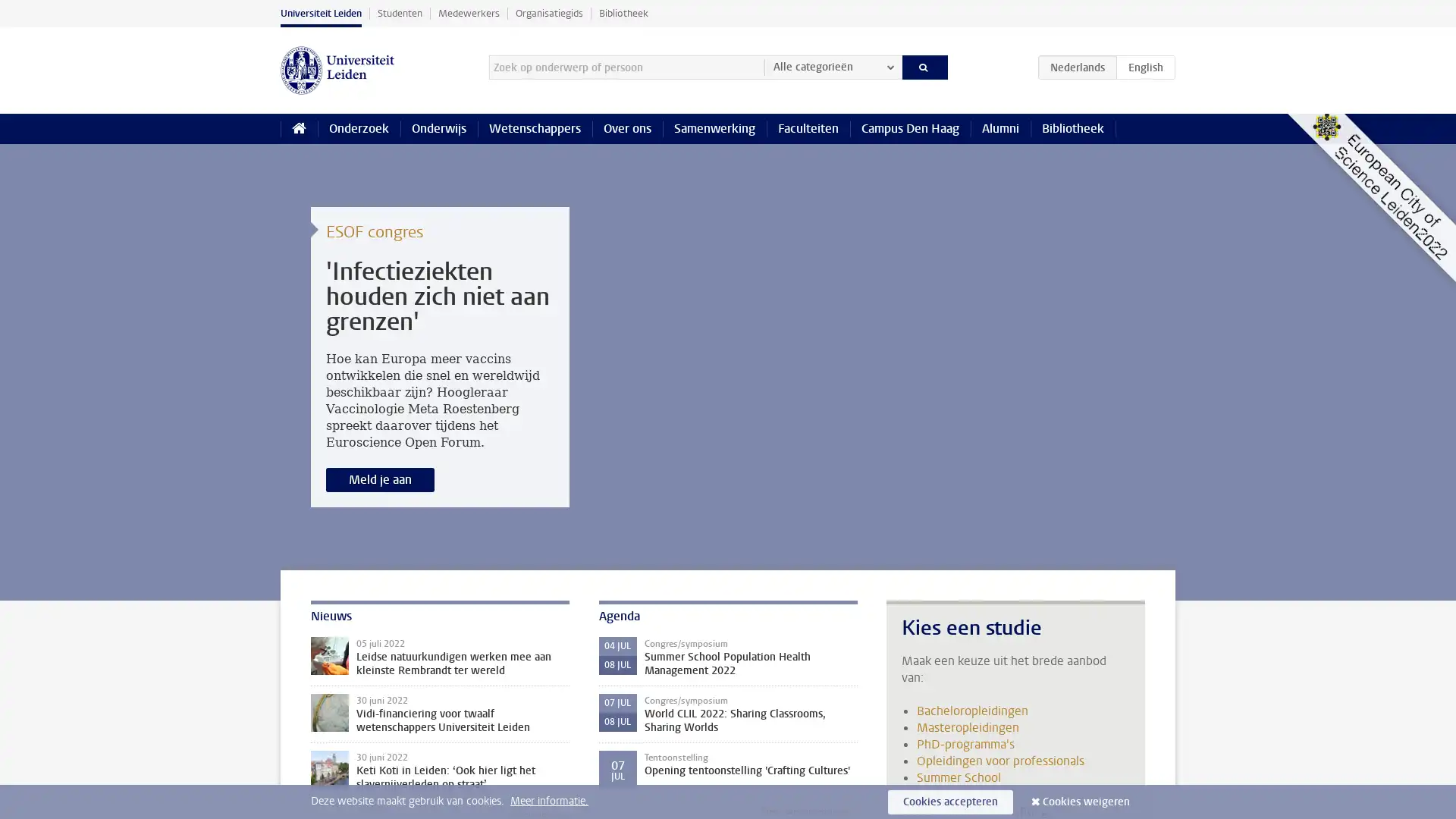  What do you see at coordinates (832, 66) in the screenshot?
I see `Alle categorieen` at bounding box center [832, 66].